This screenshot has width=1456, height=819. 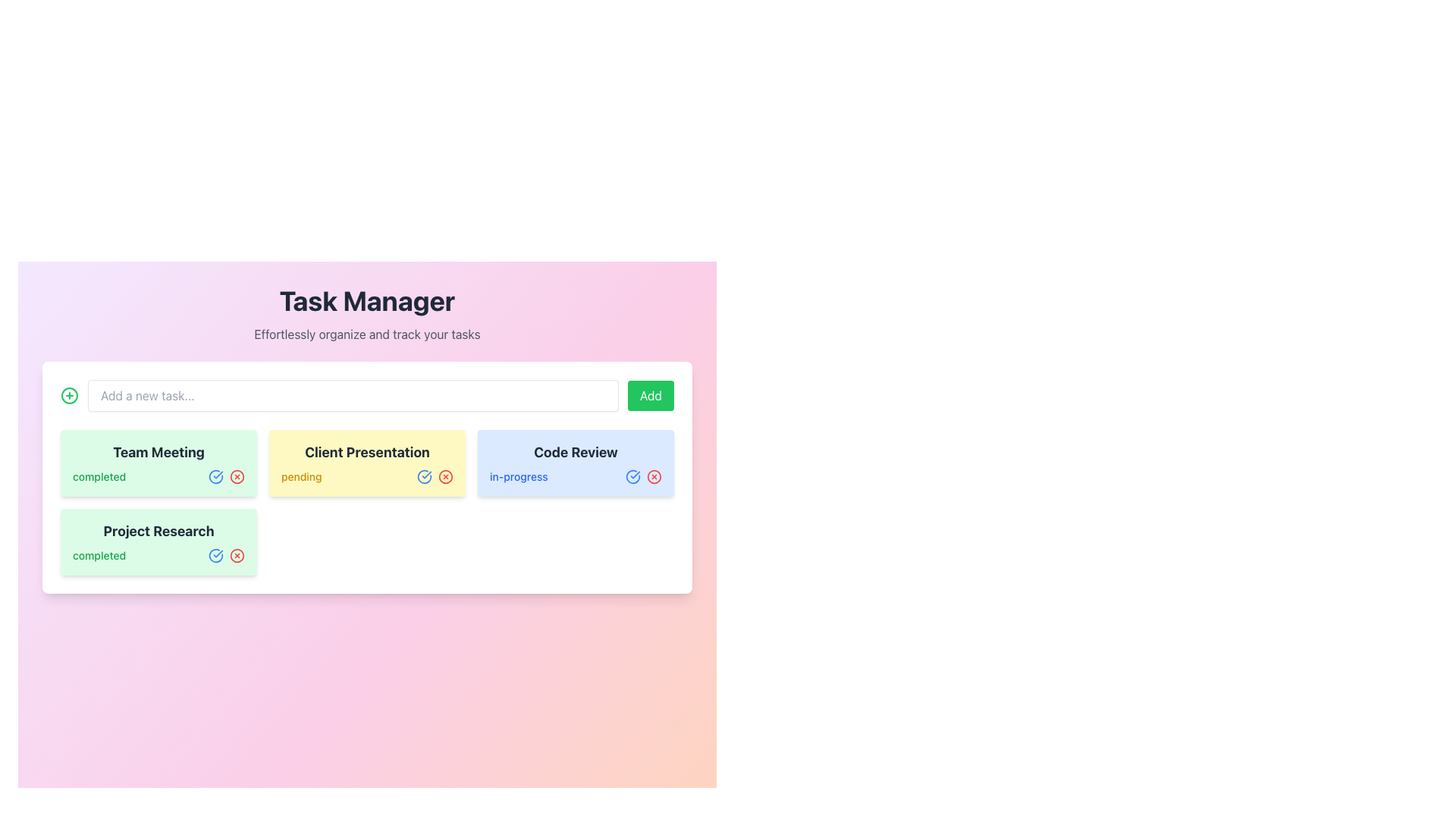 What do you see at coordinates (654, 475) in the screenshot?
I see `the delete button located` at bounding box center [654, 475].